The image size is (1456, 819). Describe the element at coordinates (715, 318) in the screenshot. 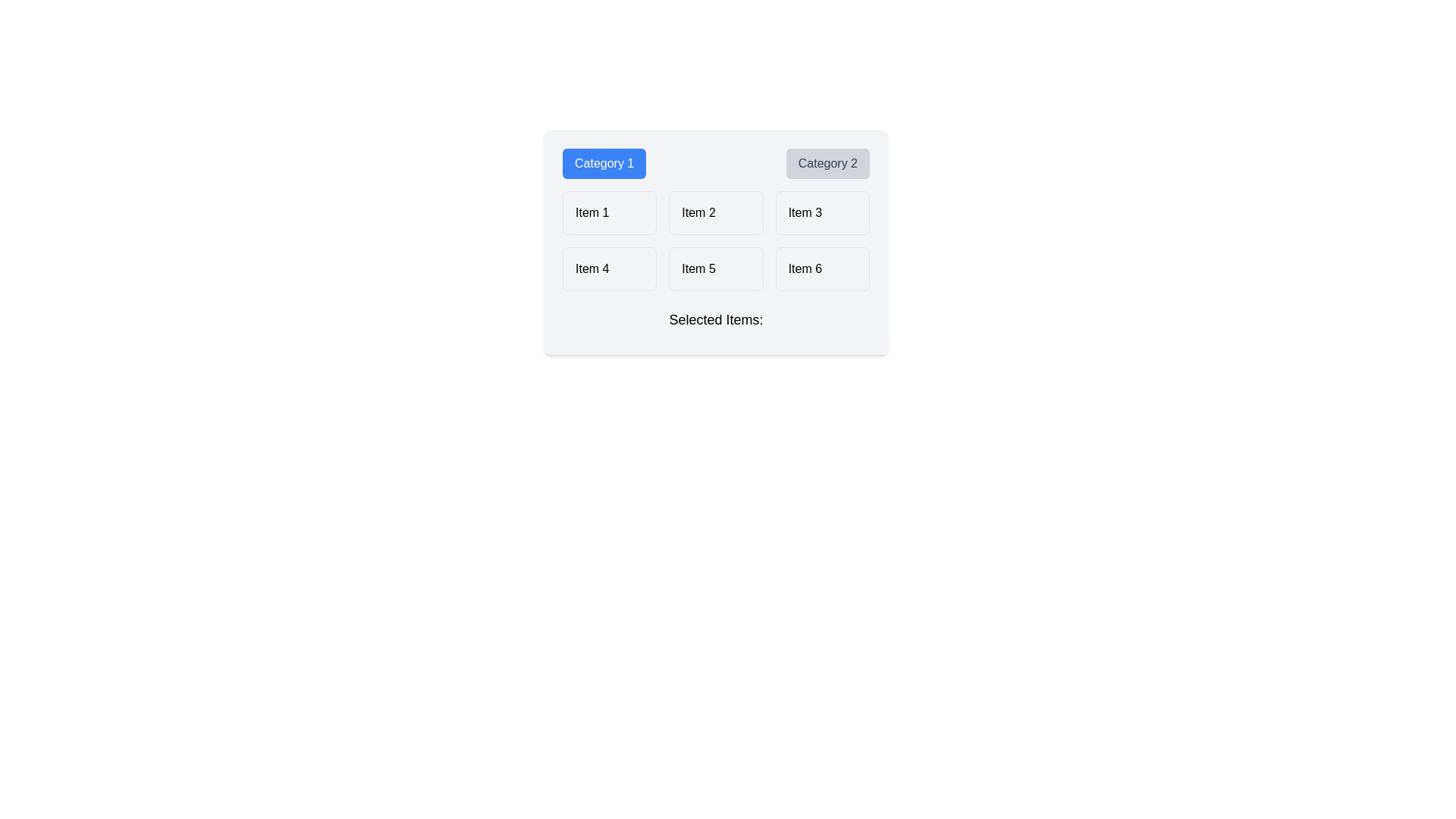

I see `the label indicating the section's contents, which is centrally aligned below a grid of items` at that location.